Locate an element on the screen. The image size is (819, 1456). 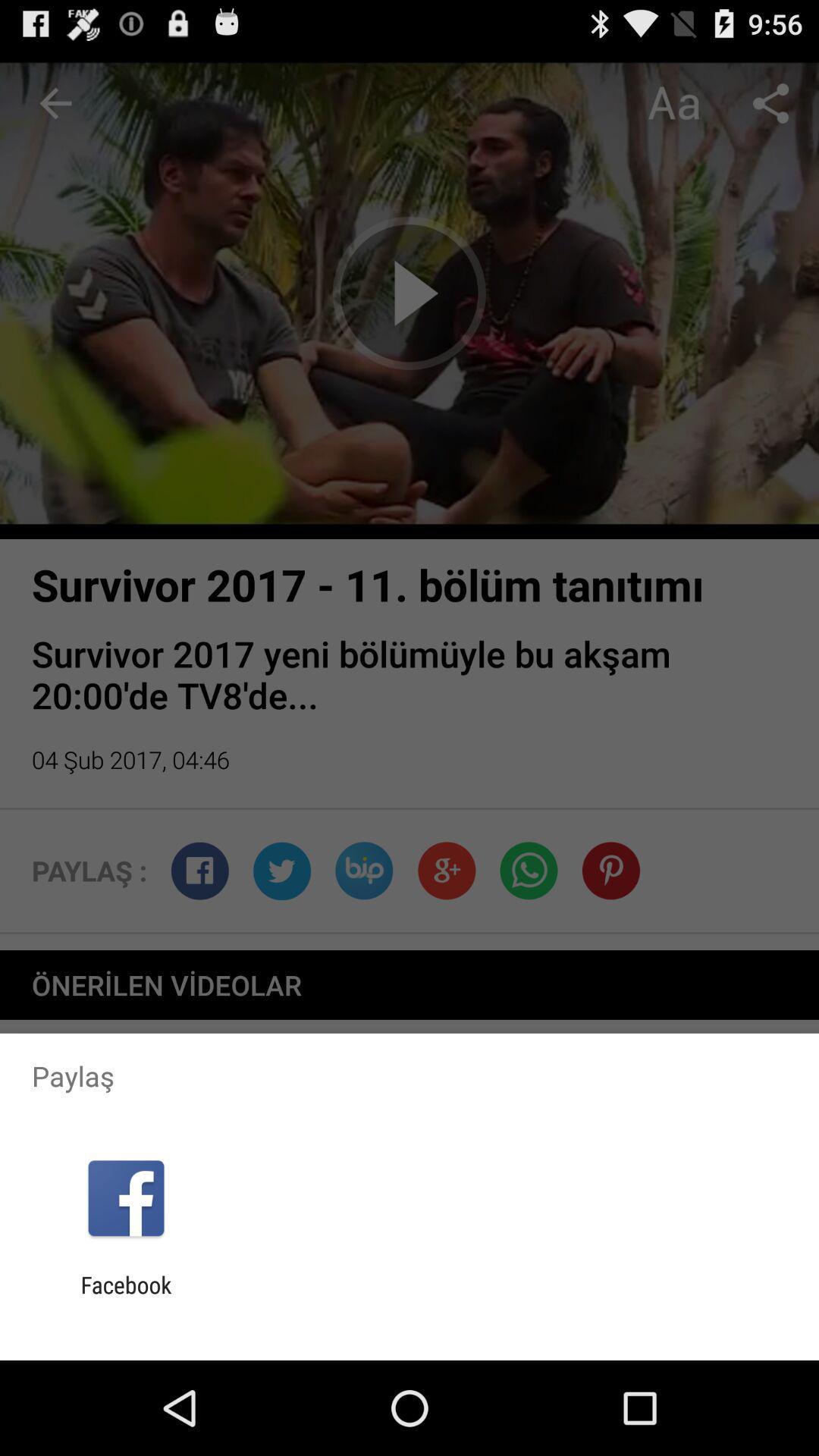
facebook item is located at coordinates (125, 1298).